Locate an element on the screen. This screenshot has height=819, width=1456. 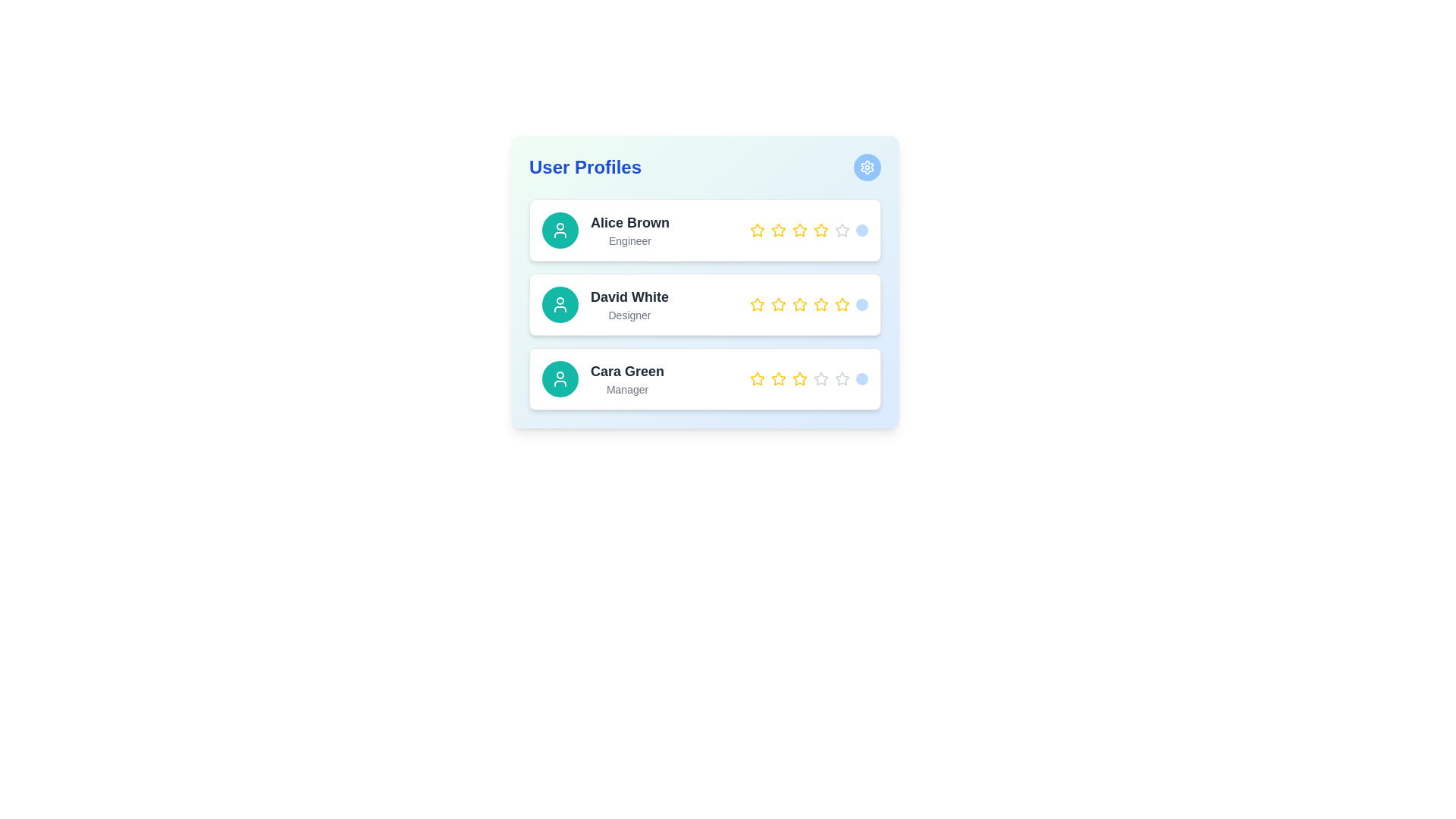
the yellow star icon, which is the second star in the rating row for 'Alice Brown', despite dragging being uncommon for rating icons is located at coordinates (779, 231).